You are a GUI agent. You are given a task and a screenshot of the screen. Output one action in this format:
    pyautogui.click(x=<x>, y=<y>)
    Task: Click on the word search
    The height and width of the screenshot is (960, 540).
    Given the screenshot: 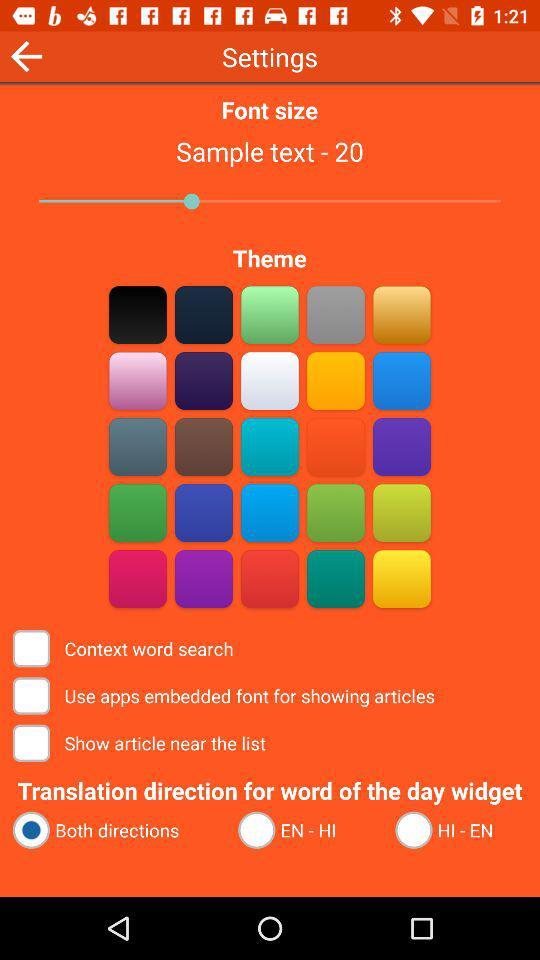 What is the action you would take?
    pyautogui.click(x=401, y=446)
    